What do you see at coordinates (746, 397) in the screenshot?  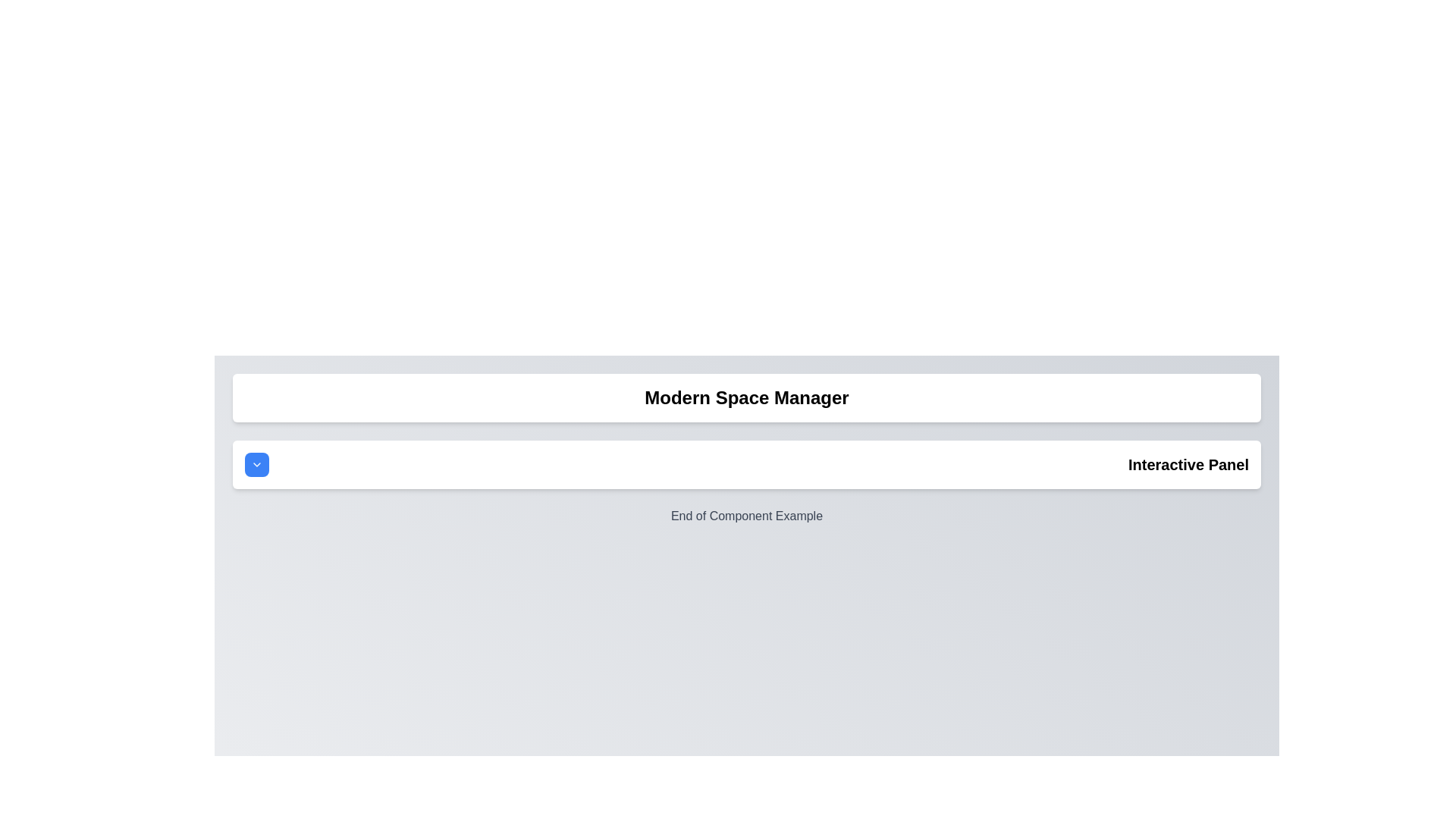 I see `the text label displaying 'Modern Space Manager', which is a bold and large header positioned above the 'Interactive Panel'` at bounding box center [746, 397].